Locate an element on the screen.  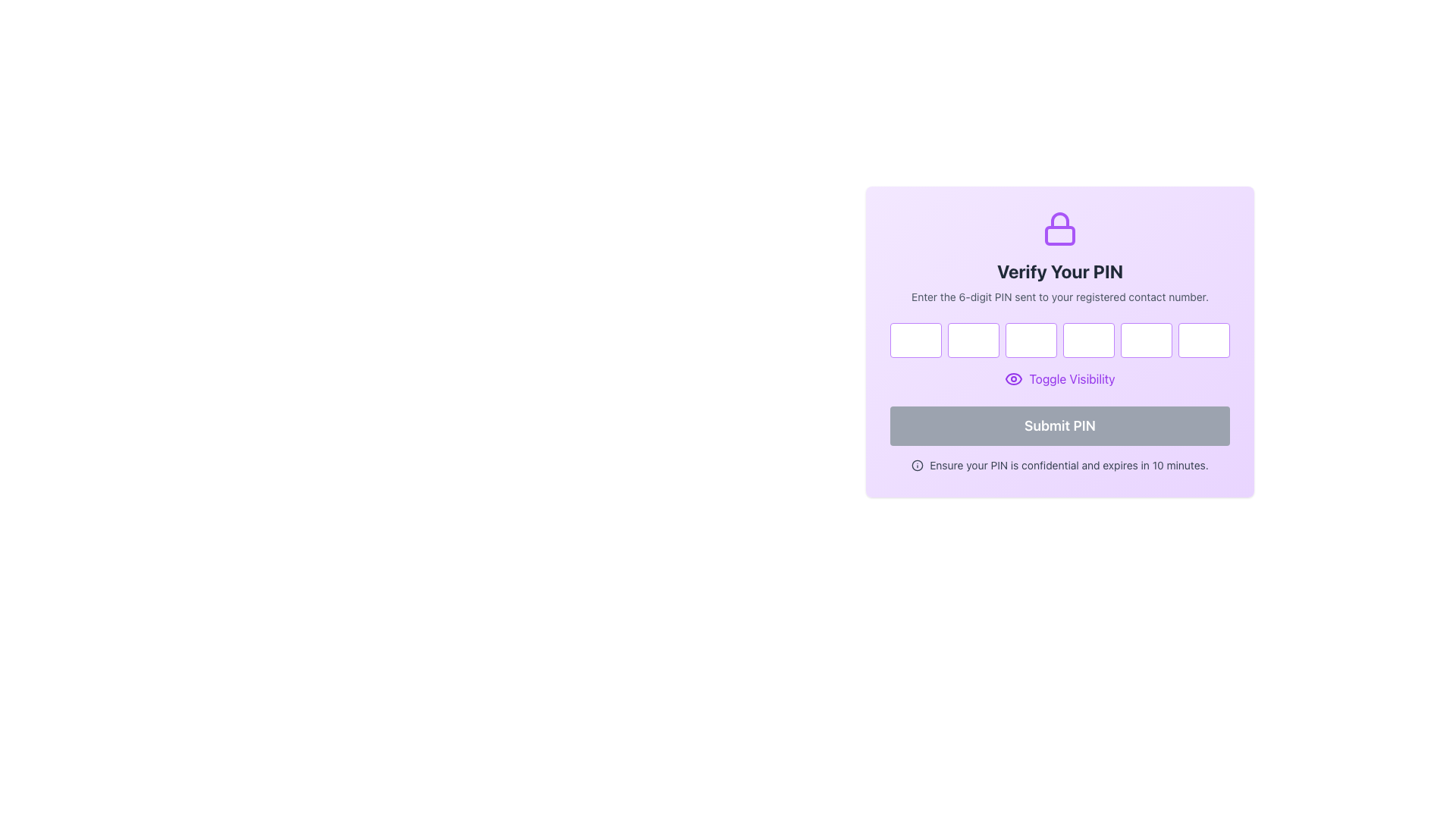
the submit button located at the bottom of the purple dialog box is located at coordinates (1059, 426).